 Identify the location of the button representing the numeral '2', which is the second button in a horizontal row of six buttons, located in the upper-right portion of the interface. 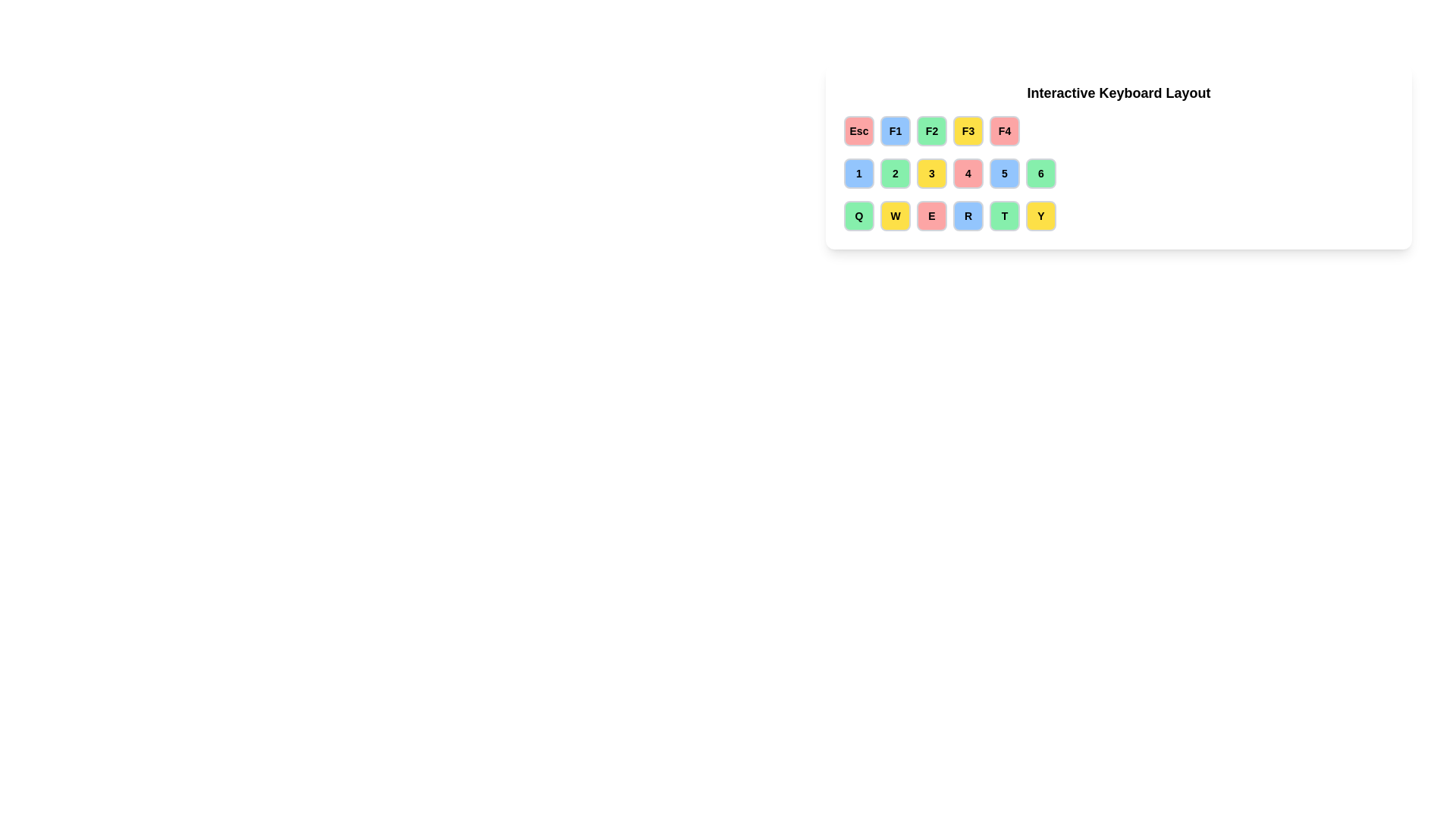
(895, 172).